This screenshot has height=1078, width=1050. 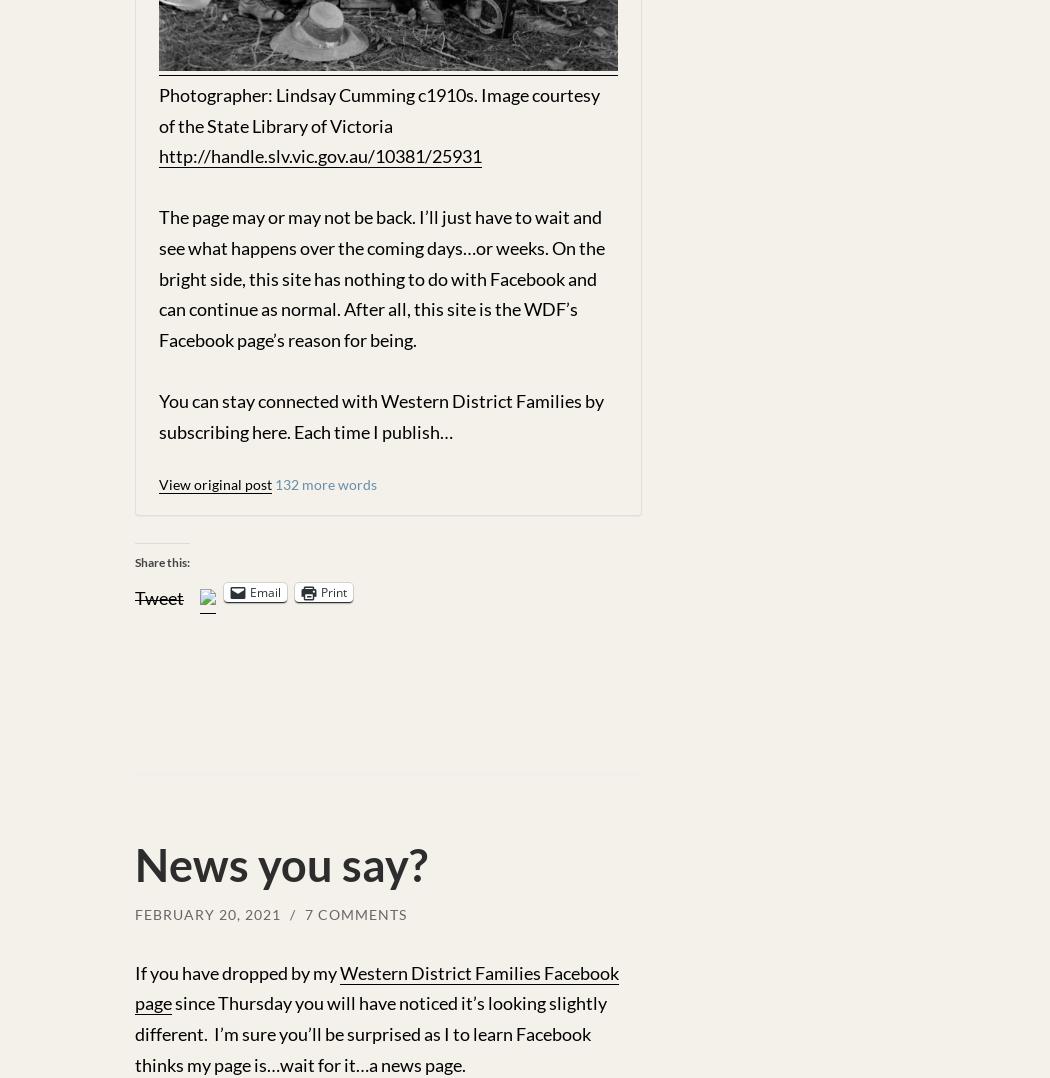 I want to click on 'View original post', so click(x=158, y=482).